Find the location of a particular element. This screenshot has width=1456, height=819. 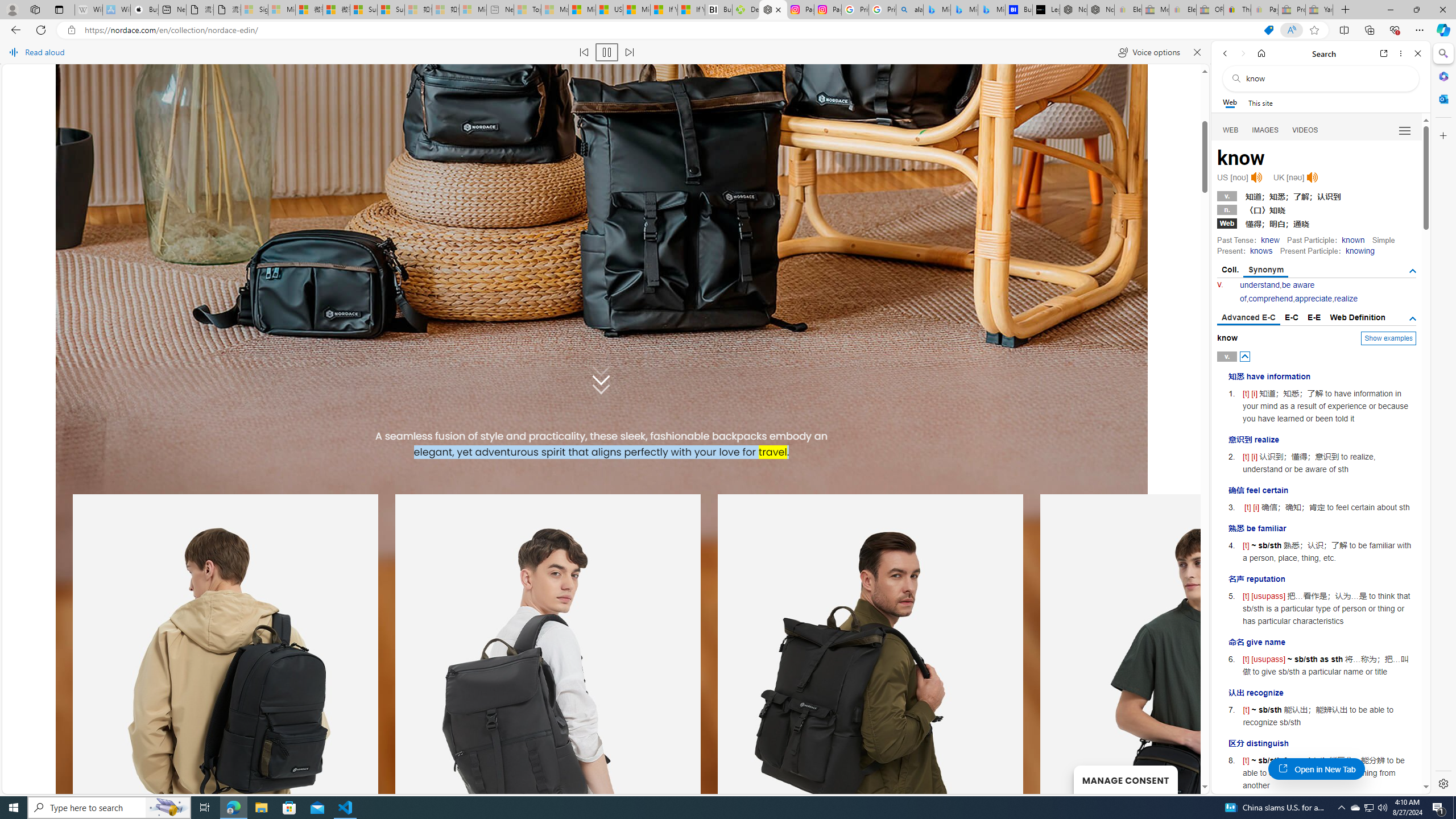

'Voice options' is located at coordinates (1149, 52).